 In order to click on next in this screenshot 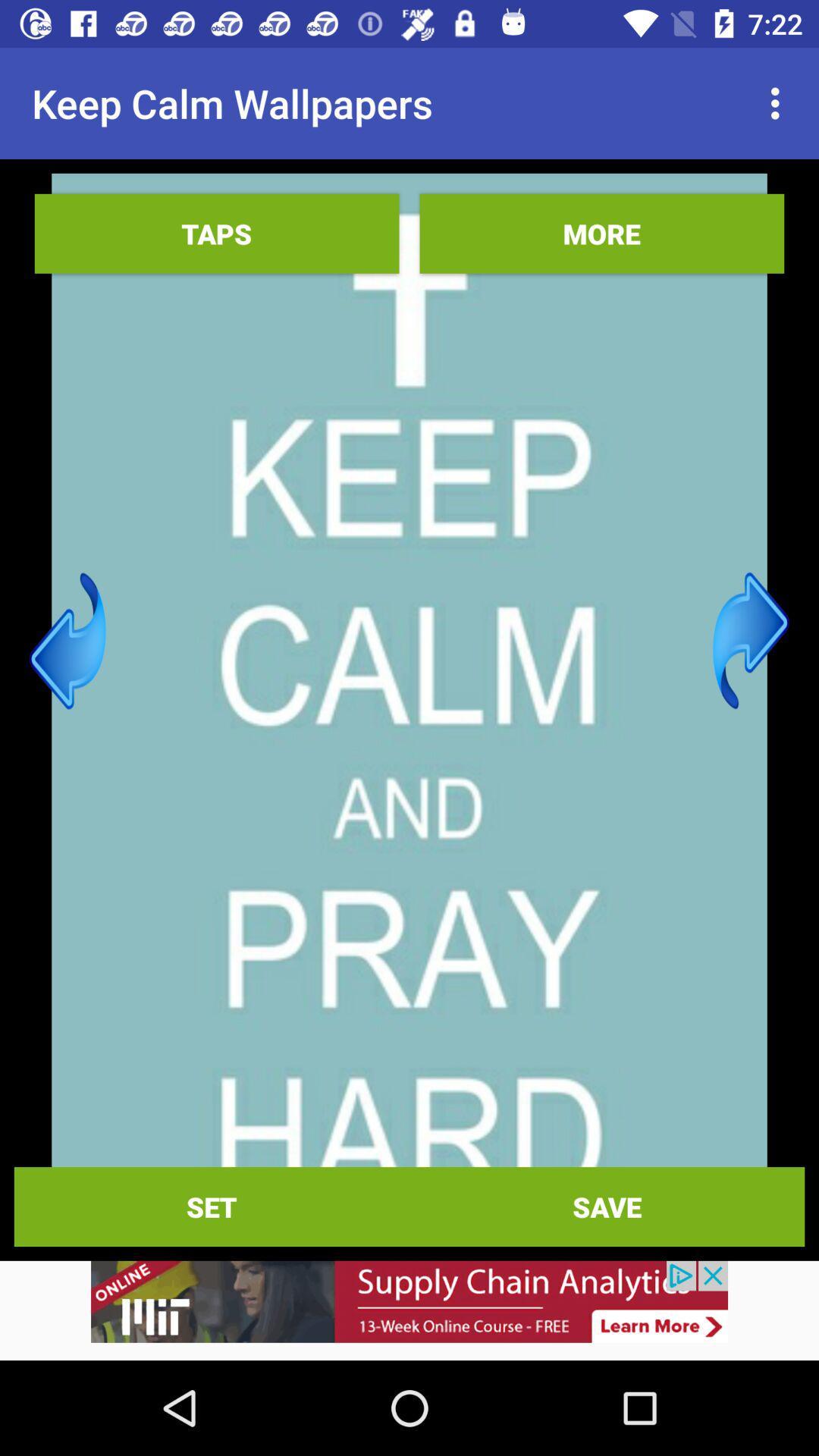, I will do `click(751, 641)`.